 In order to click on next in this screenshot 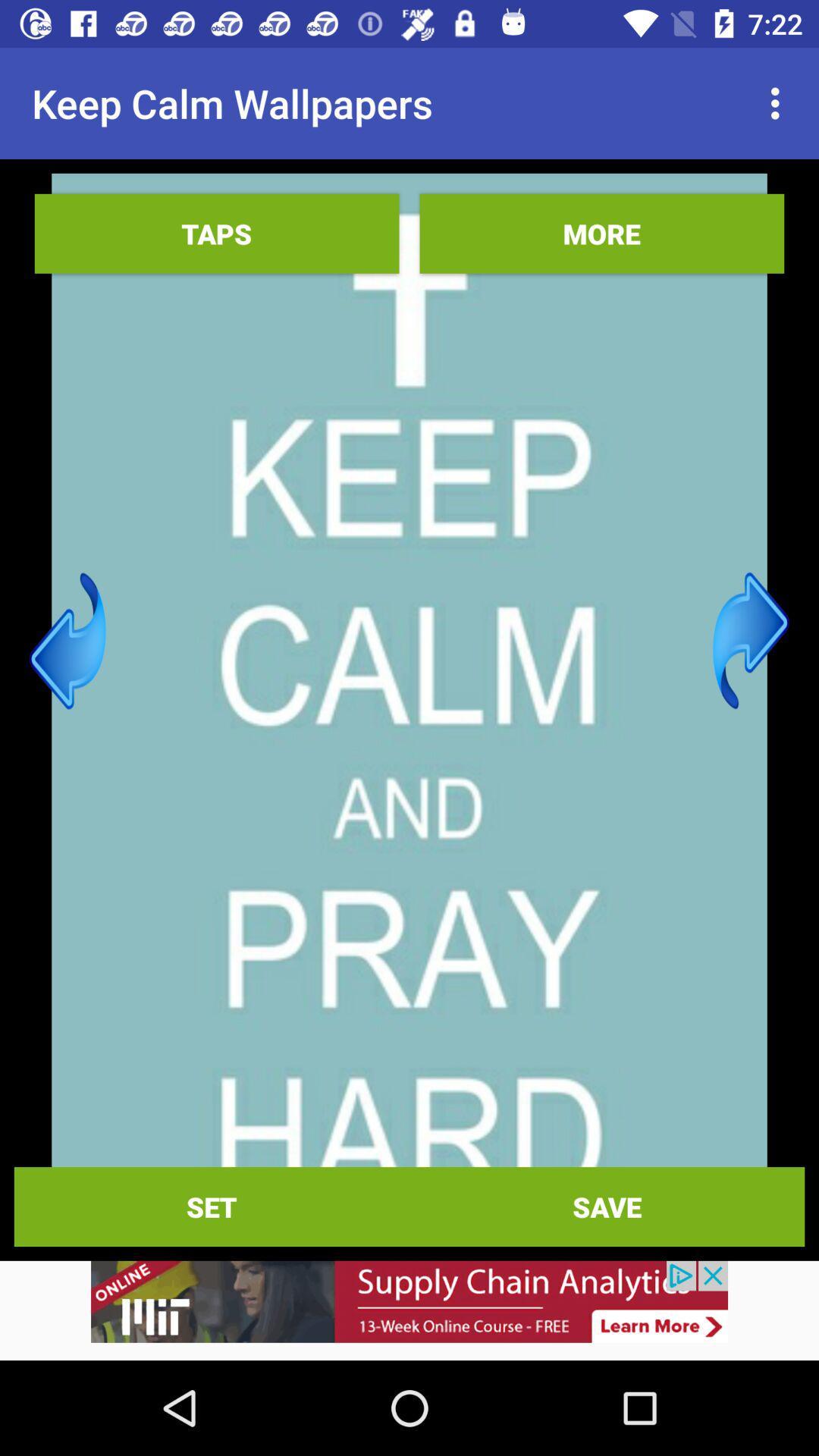, I will do `click(751, 641)`.